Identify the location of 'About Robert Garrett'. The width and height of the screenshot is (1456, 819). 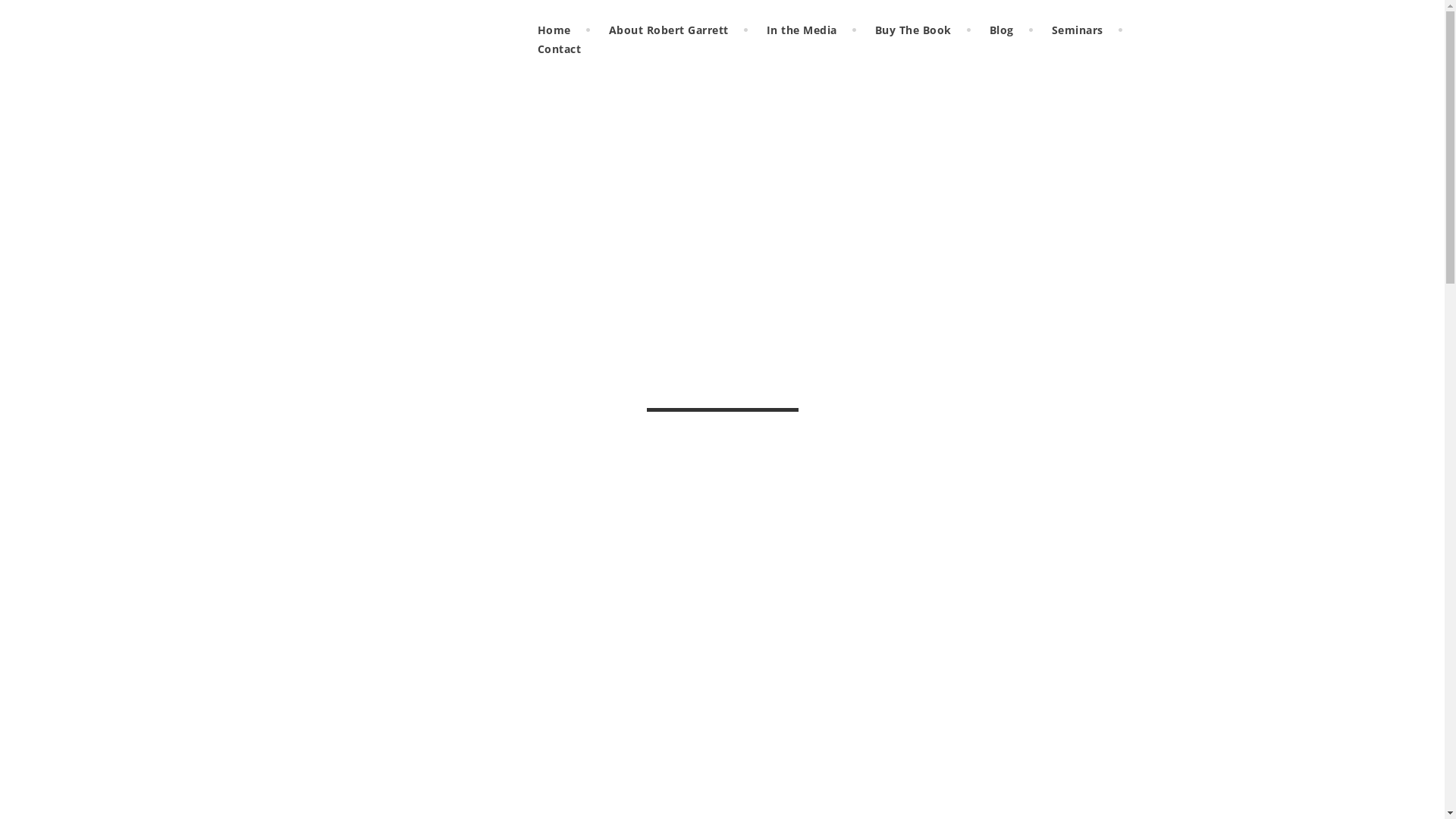
(668, 30).